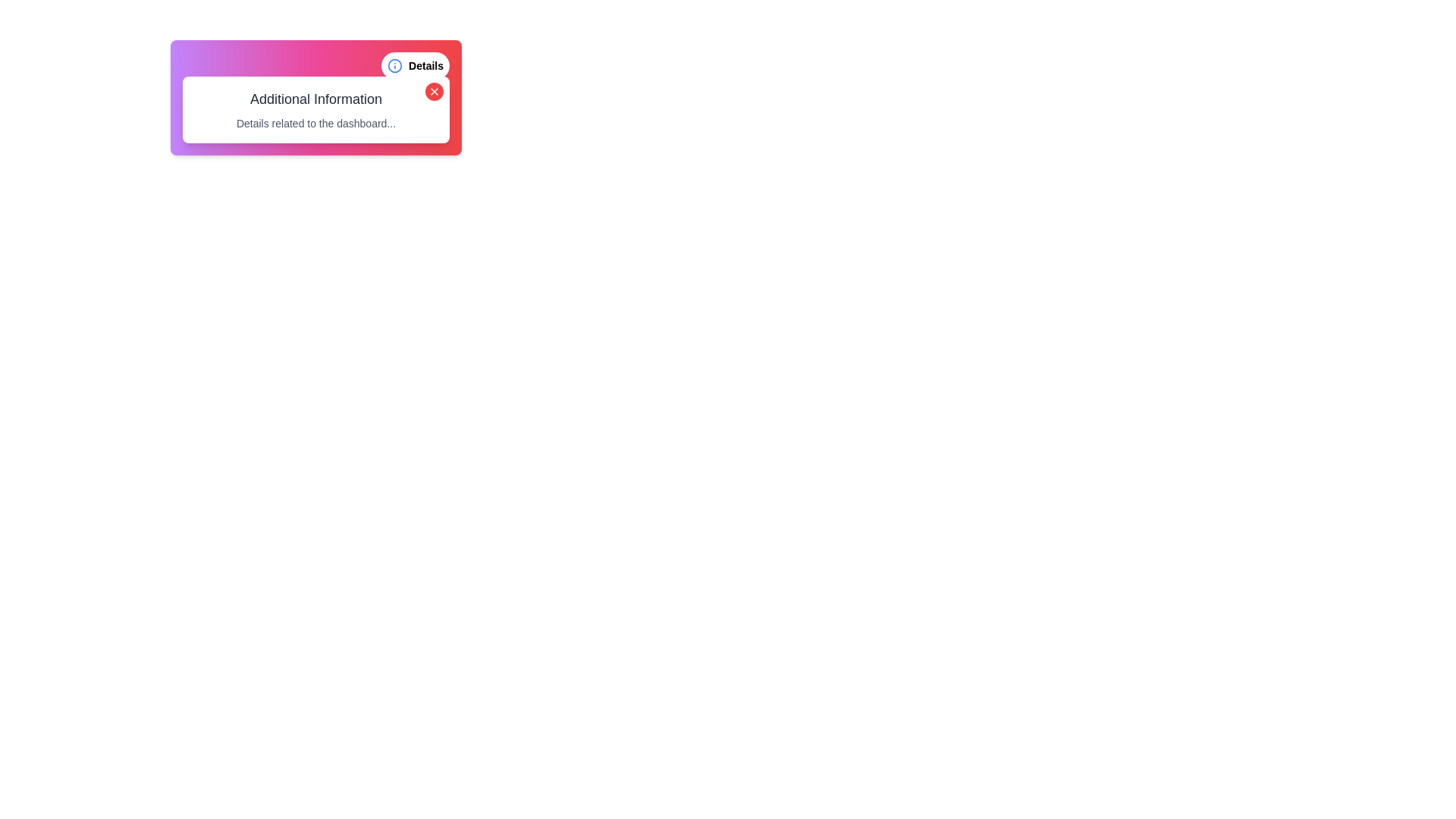  What do you see at coordinates (395, 65) in the screenshot?
I see `the outlined circular vector graphic element located in the top-right corner of the notification-like box, which is part of an icon resembling an information or alert symbol` at bounding box center [395, 65].